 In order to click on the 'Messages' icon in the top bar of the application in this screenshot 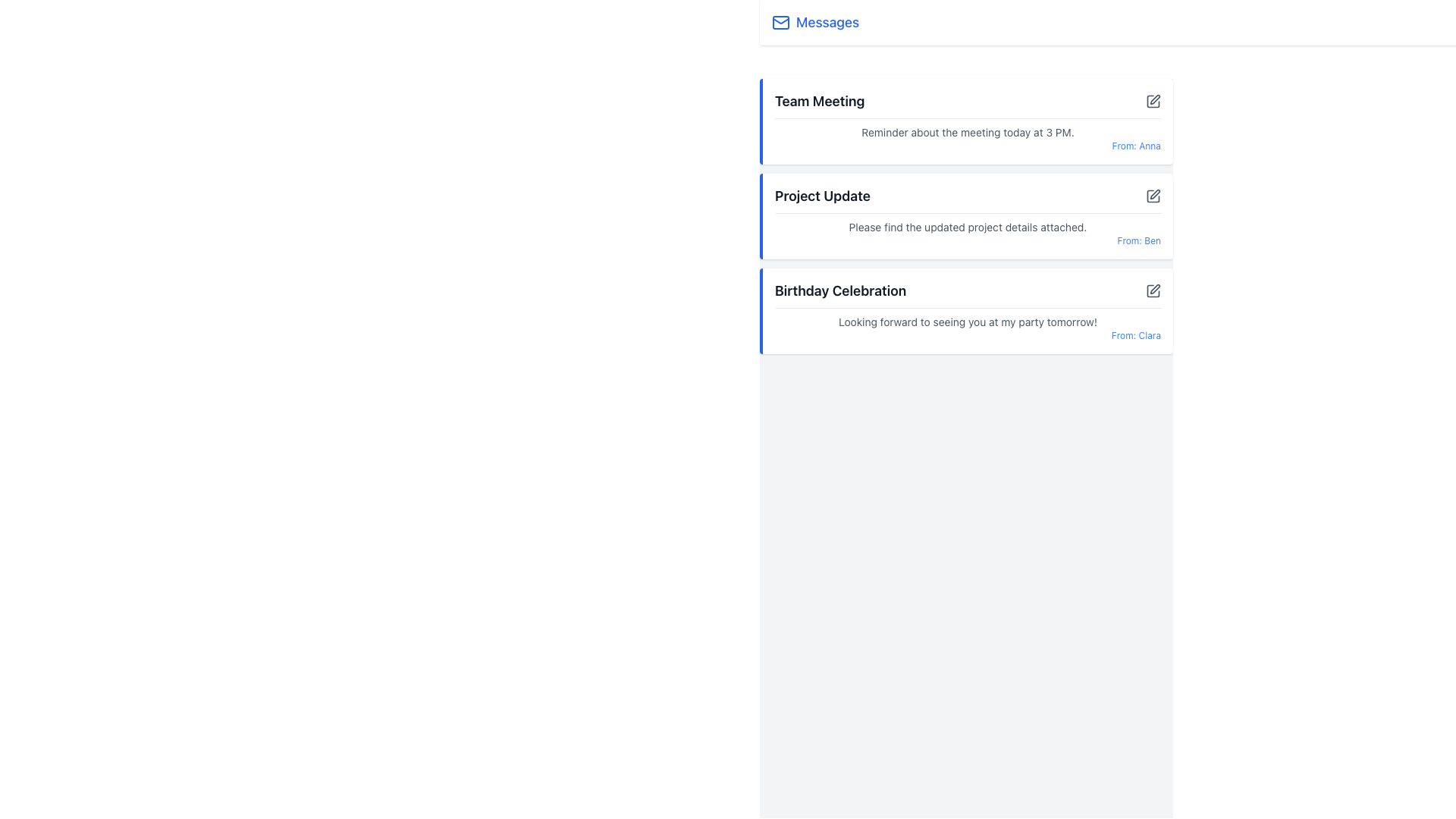, I will do `click(781, 23)`.